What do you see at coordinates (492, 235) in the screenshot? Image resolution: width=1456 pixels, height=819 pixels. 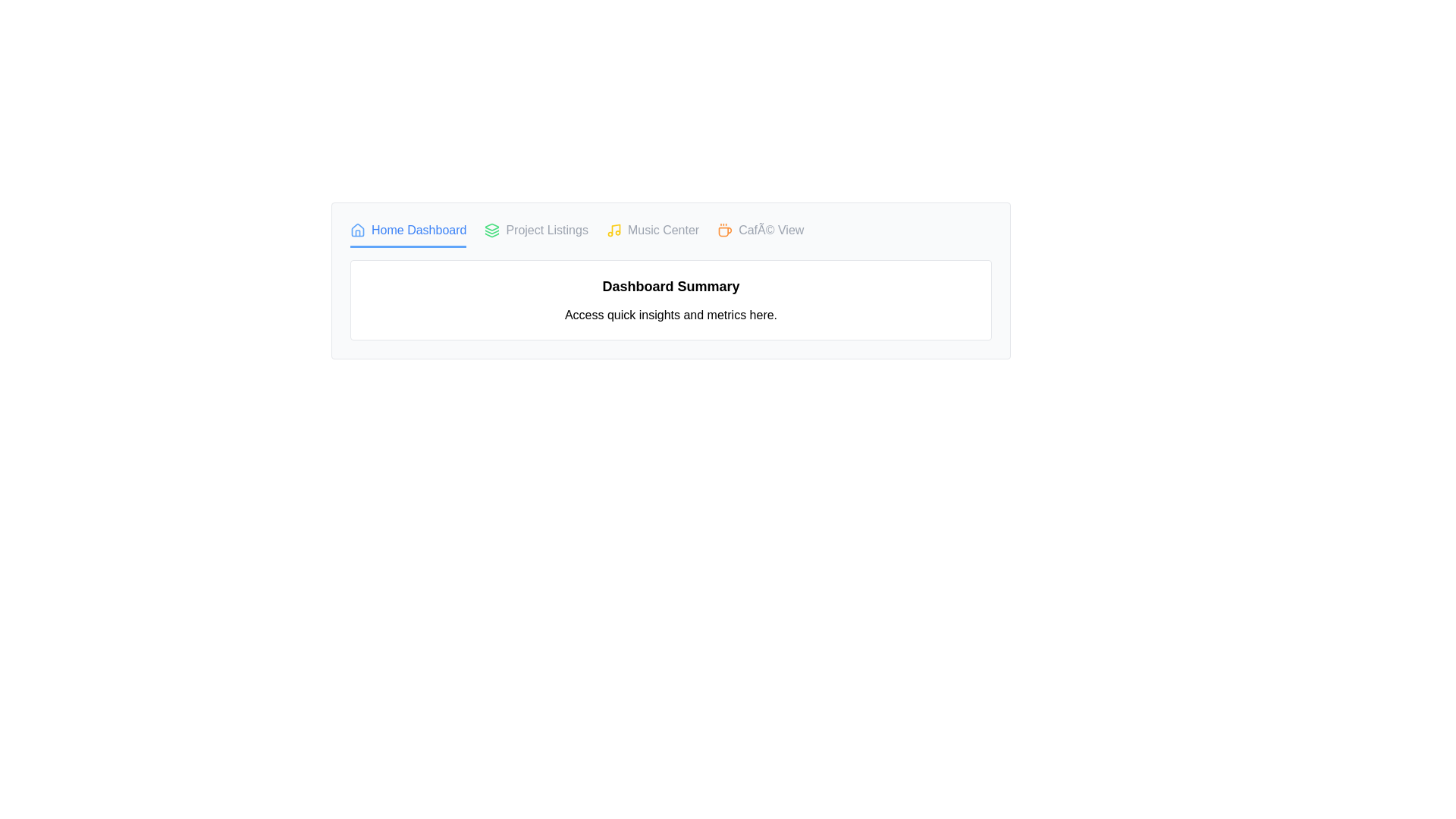 I see `the lowest triangular segment of the Decorative vector icon within the 'Project Listings' navigation bar, which visually represents three stacked triangular layers` at bounding box center [492, 235].